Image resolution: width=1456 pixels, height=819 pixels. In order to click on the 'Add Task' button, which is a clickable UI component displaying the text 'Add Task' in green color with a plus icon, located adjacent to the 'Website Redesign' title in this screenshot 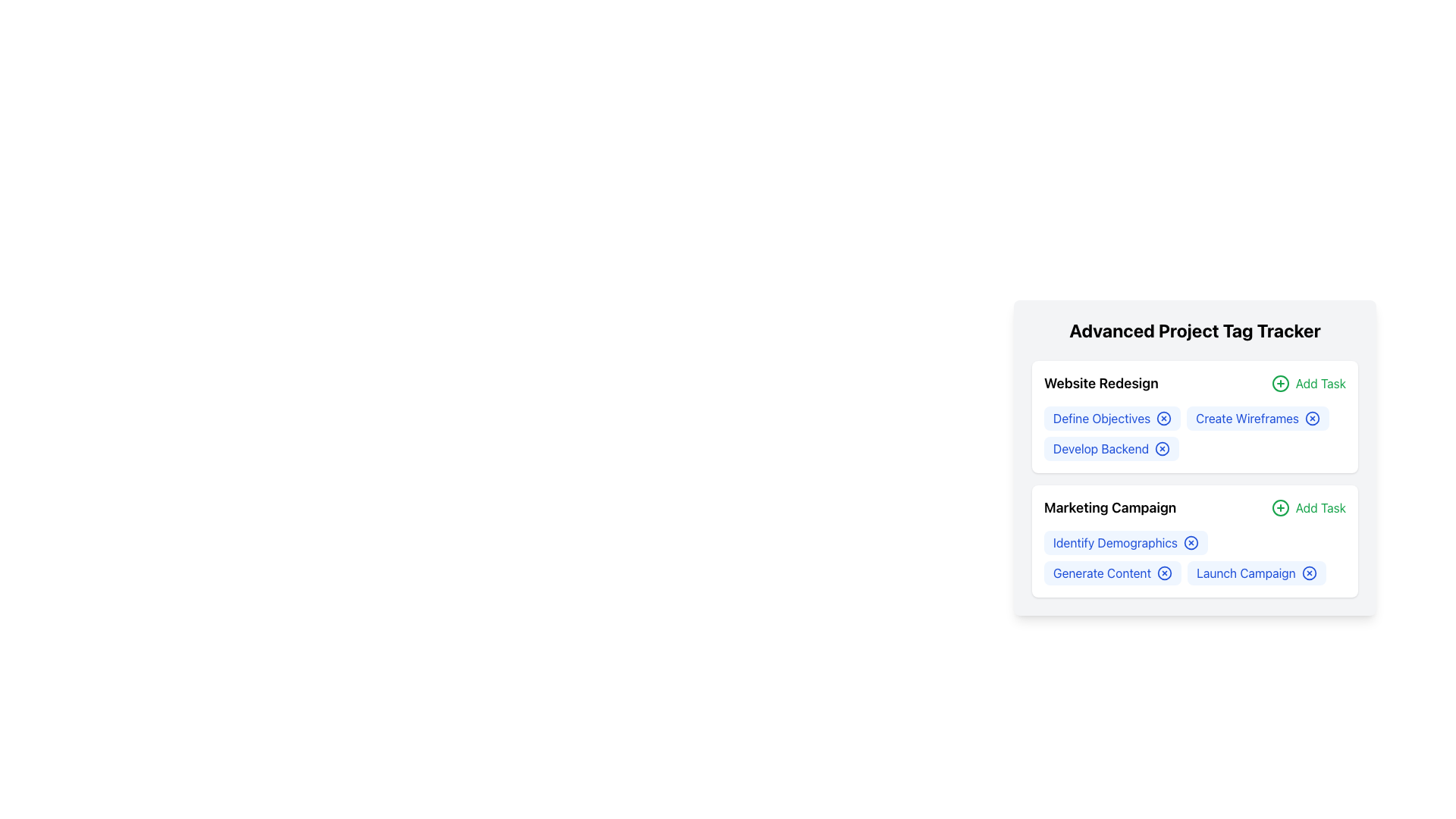, I will do `click(1307, 382)`.